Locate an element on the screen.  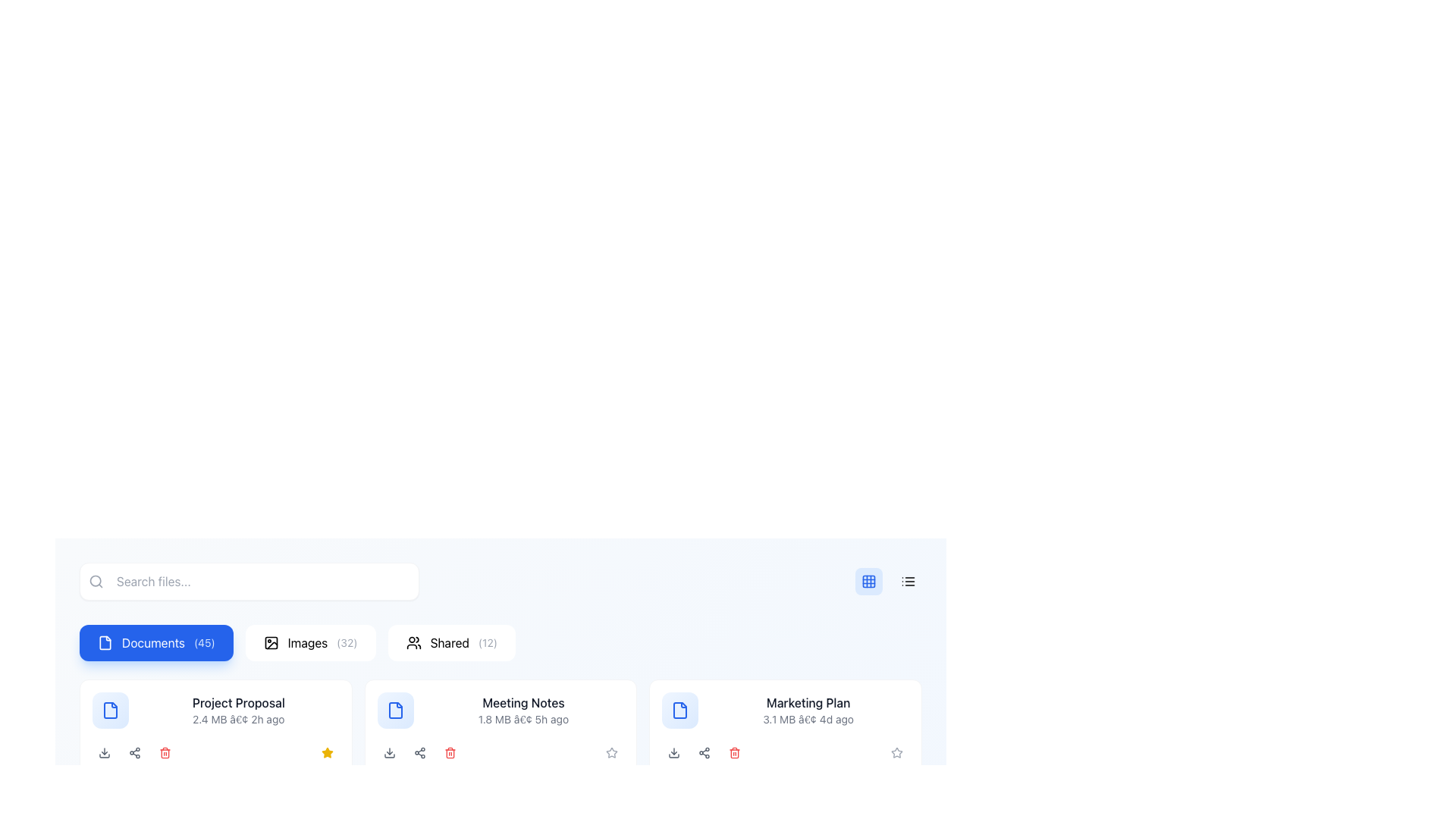
the share icon button, which is the second button in a row of three action buttons beneath the 'Project Proposal' card is located at coordinates (134, 752).